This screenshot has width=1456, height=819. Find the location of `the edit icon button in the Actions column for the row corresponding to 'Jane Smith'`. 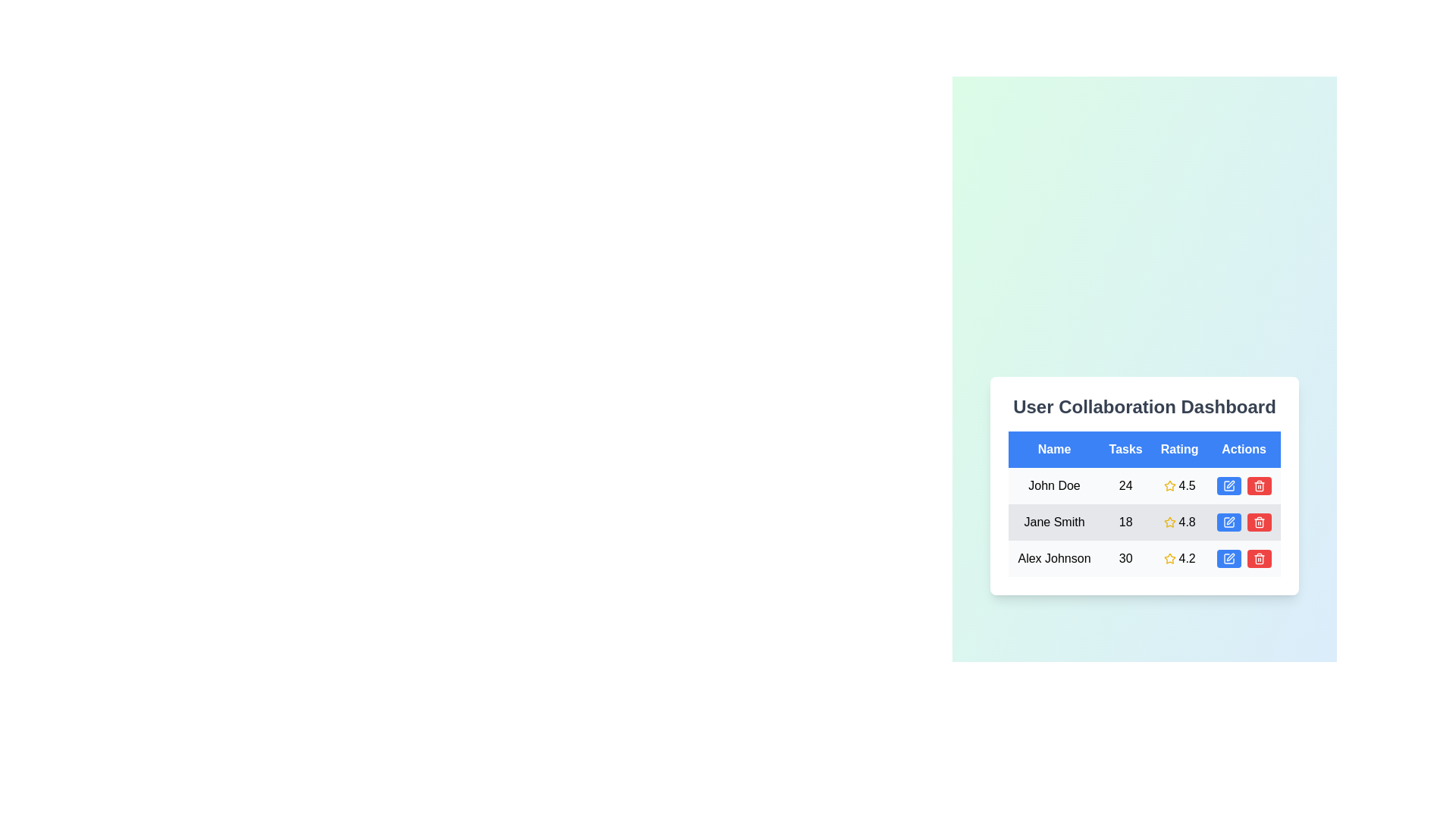

the edit icon button in the Actions column for the row corresponding to 'Jane Smith' is located at coordinates (1230, 485).